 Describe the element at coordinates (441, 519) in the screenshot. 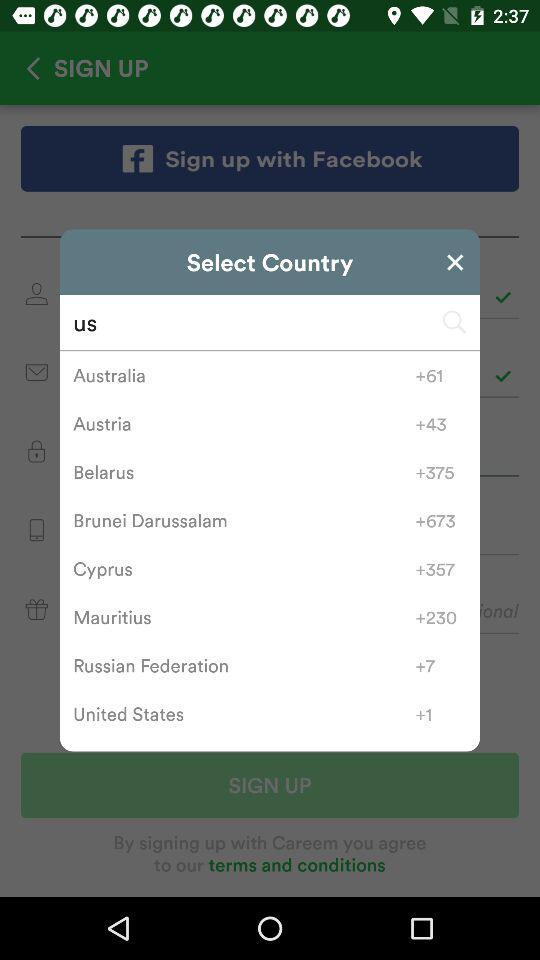

I see `the icon next to the brunei darussalam` at that location.